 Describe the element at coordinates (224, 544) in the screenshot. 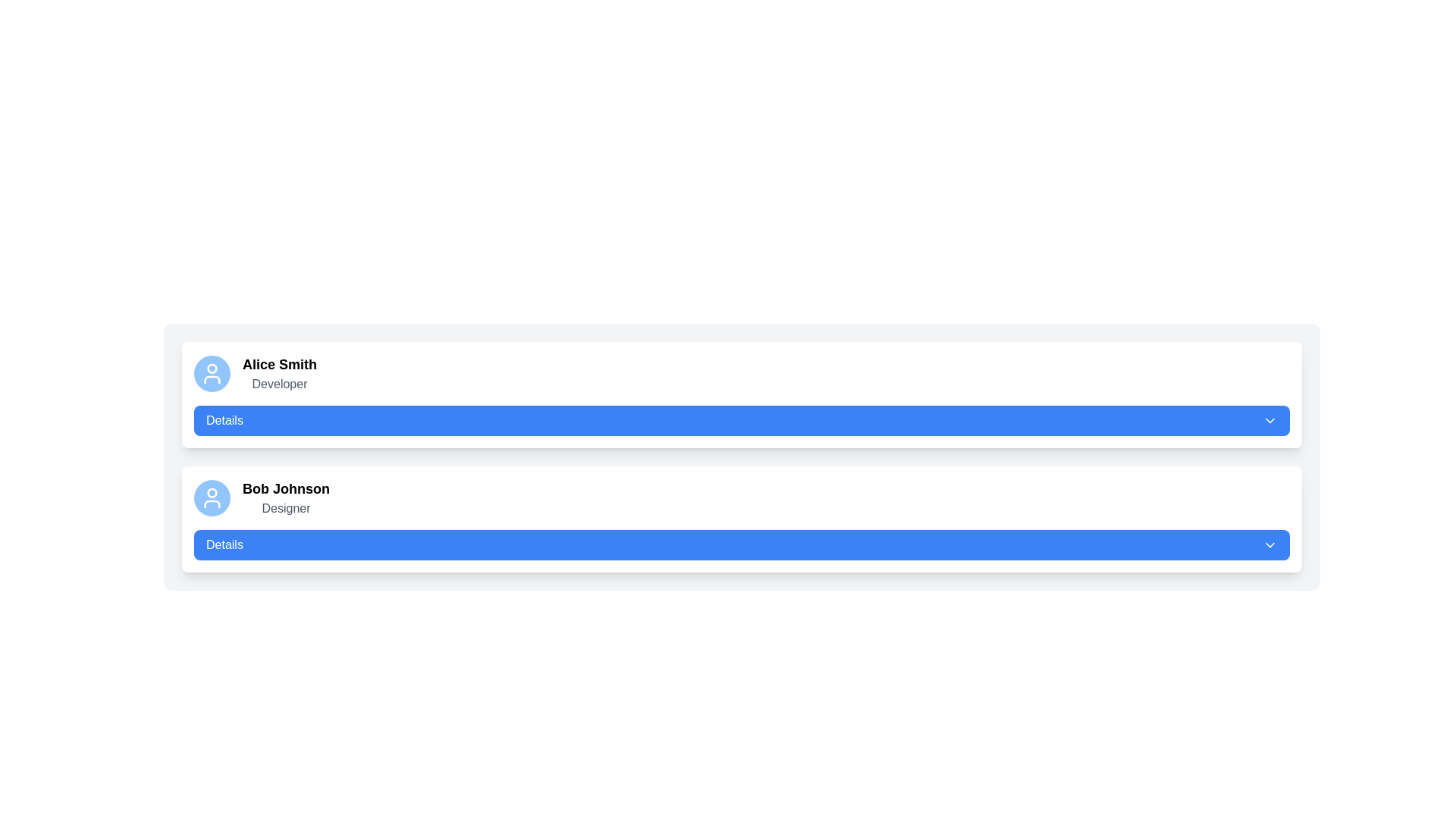

I see `text of the label displaying 'Details' located inside the blue button beneath the circular avatar and name 'Bob Johnson'` at that location.